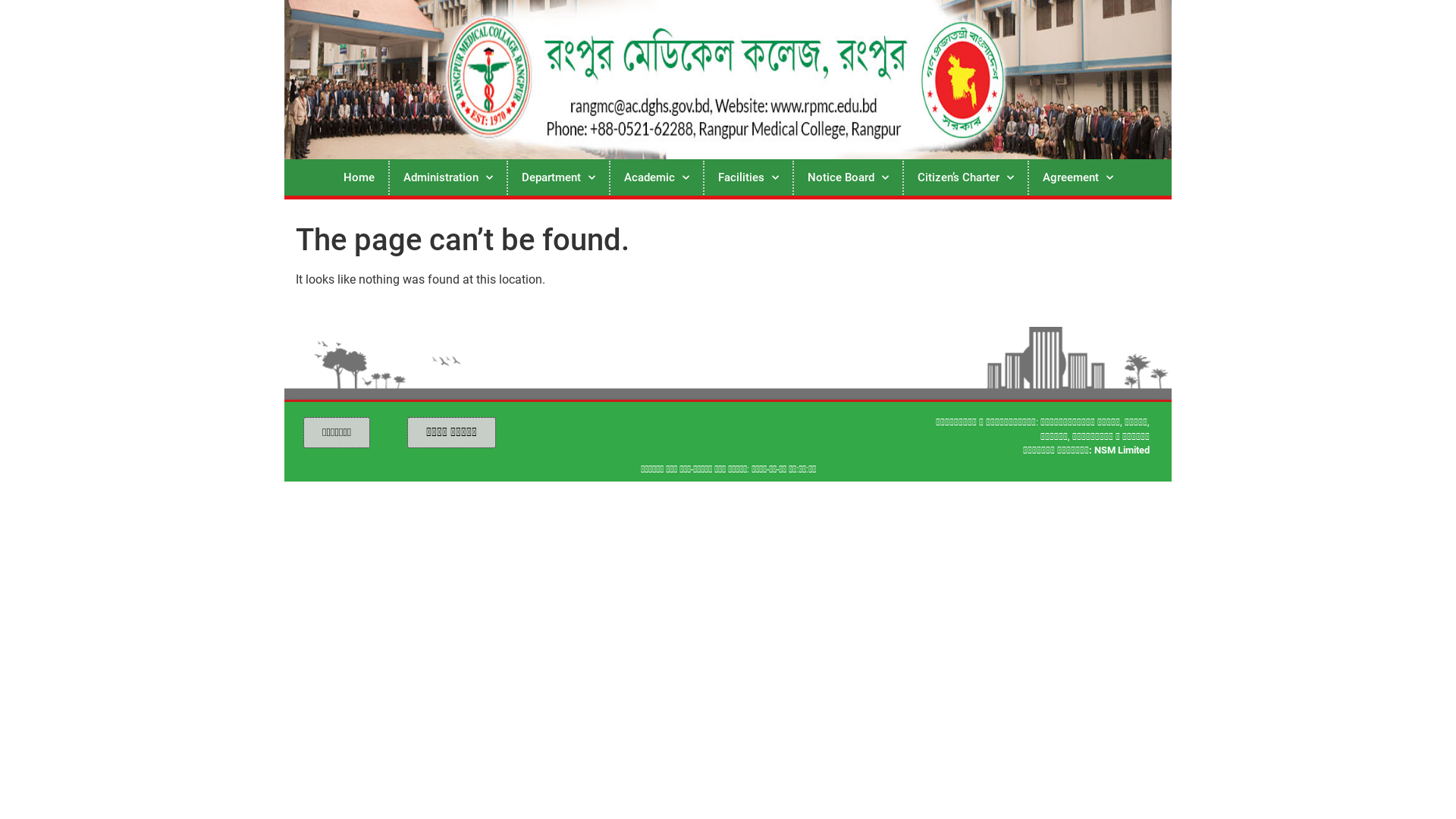 The width and height of the screenshot is (1456, 819). I want to click on 'Academic', so click(655, 177).